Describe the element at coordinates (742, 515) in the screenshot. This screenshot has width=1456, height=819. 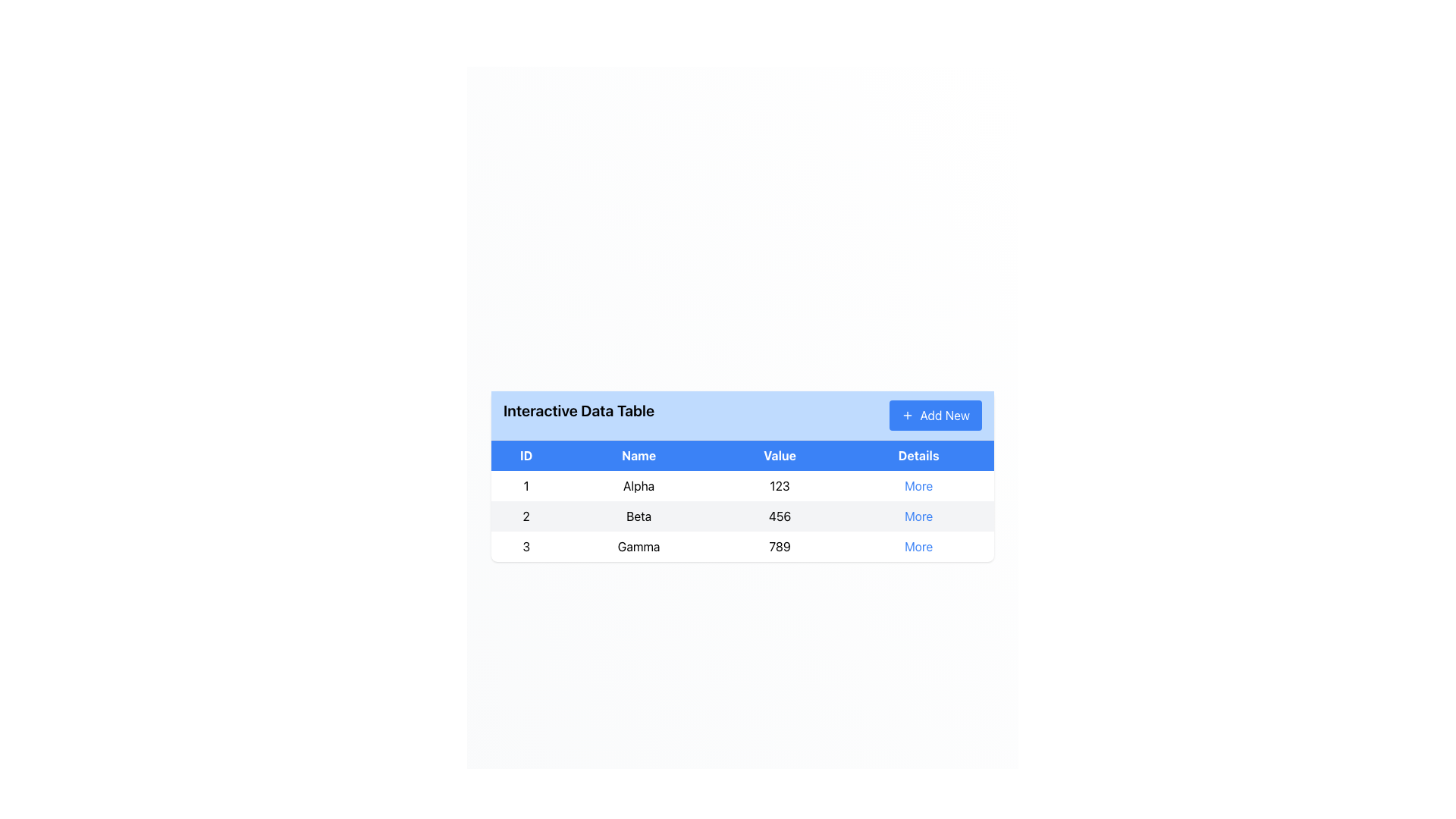
I see `the Table Cell displaying the numeric value in the second row under the 'Value' column to interact with it` at that location.